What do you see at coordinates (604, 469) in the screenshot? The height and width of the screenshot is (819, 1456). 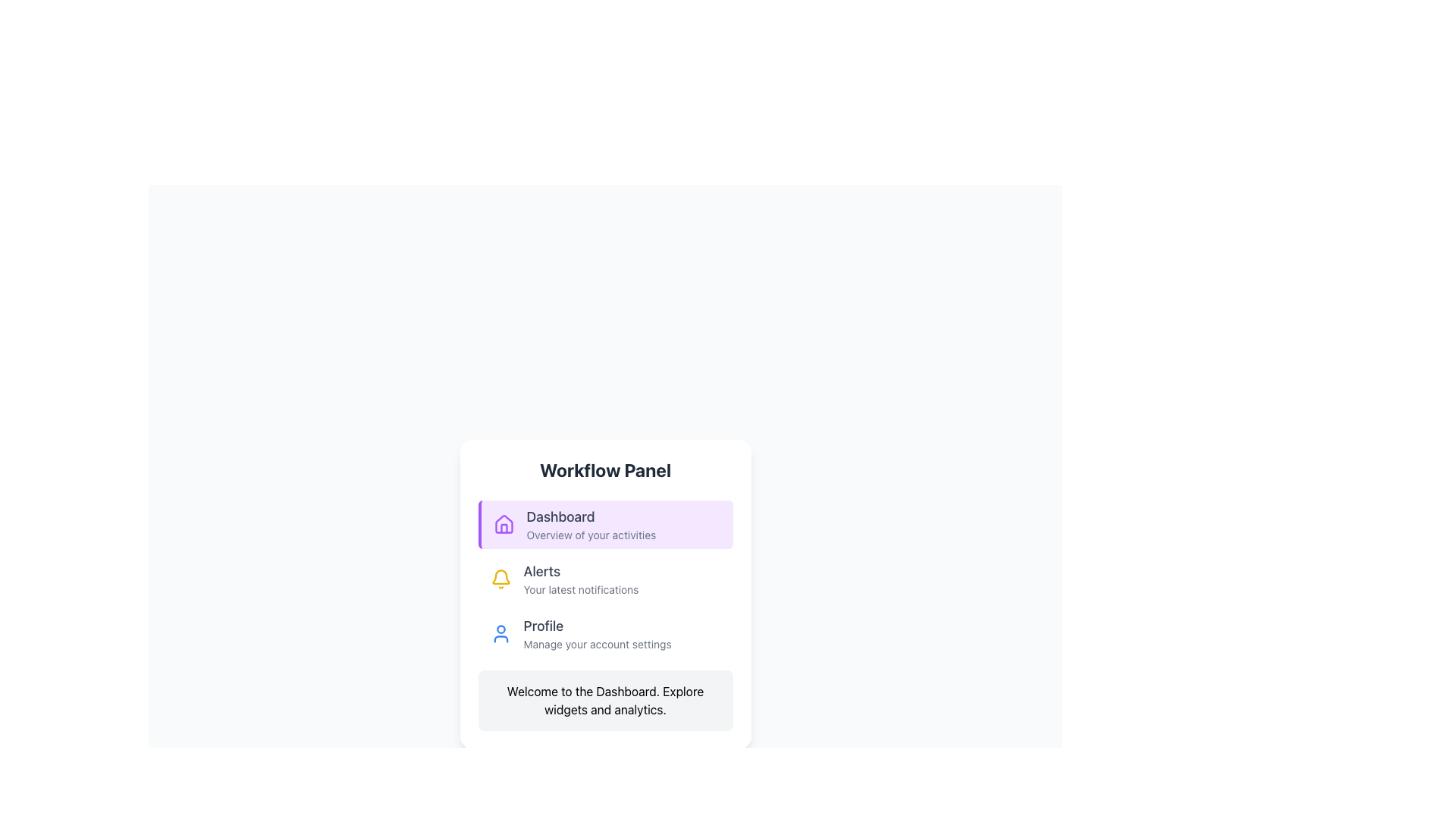 I see `the 'Workflow Panel' text label, which displays the phrase in a bold and large font, located at the top of its card-like panel` at bounding box center [604, 469].